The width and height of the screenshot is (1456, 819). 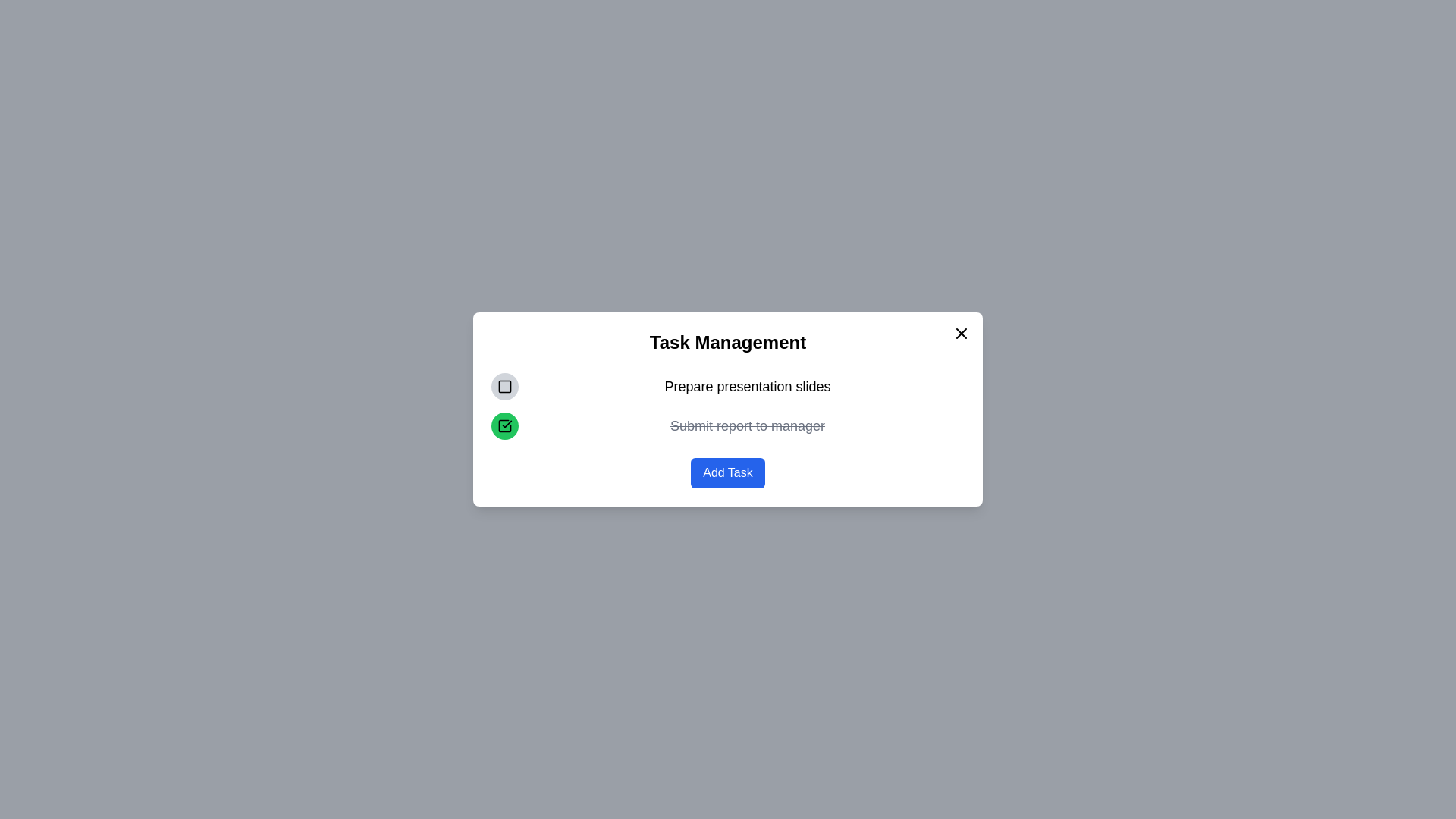 I want to click on the circular button with a bright green background and a checkmark icon, located to the left of the 'Submit report to manager' text, so click(x=505, y=426).